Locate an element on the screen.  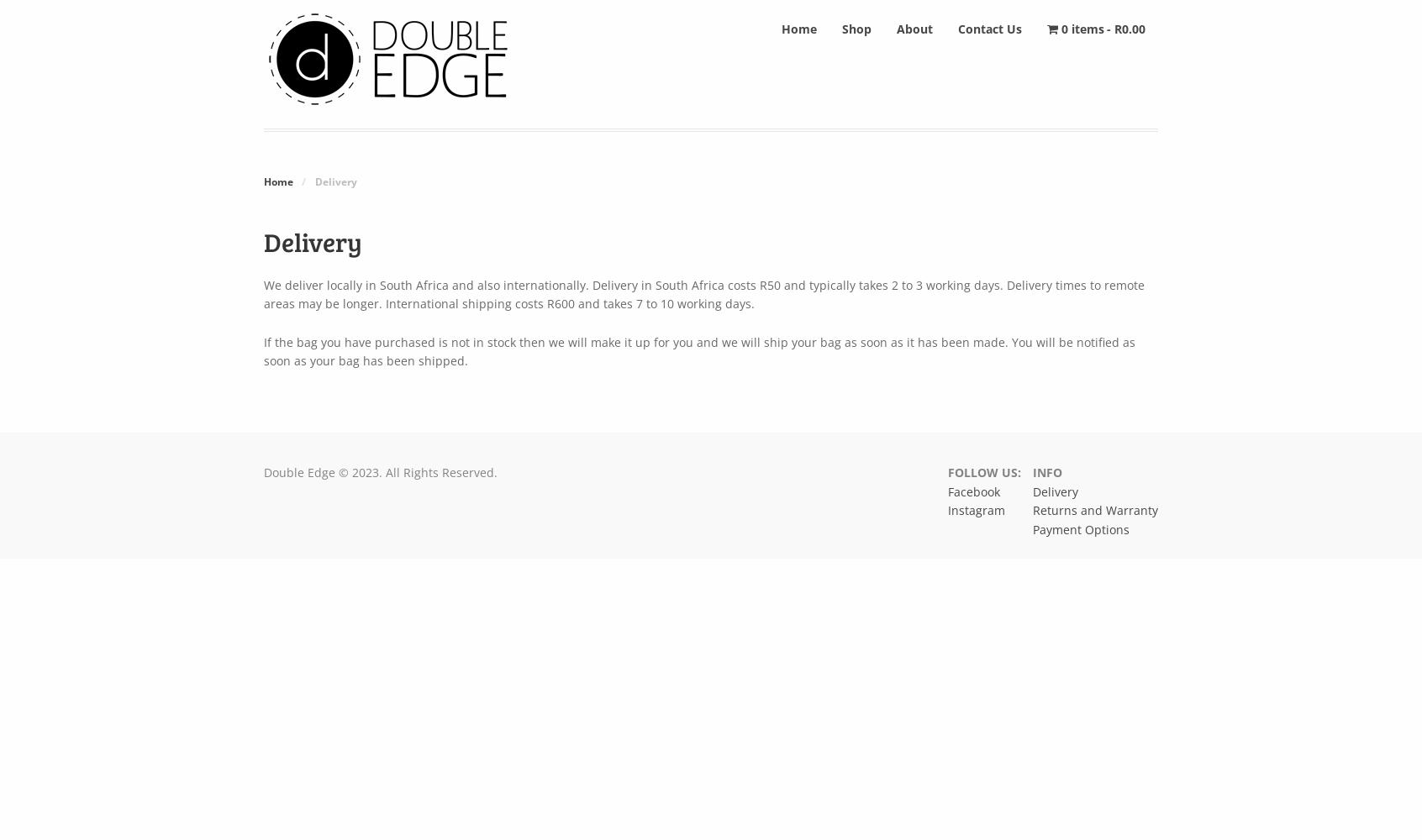
'Facebook' is located at coordinates (972, 490).